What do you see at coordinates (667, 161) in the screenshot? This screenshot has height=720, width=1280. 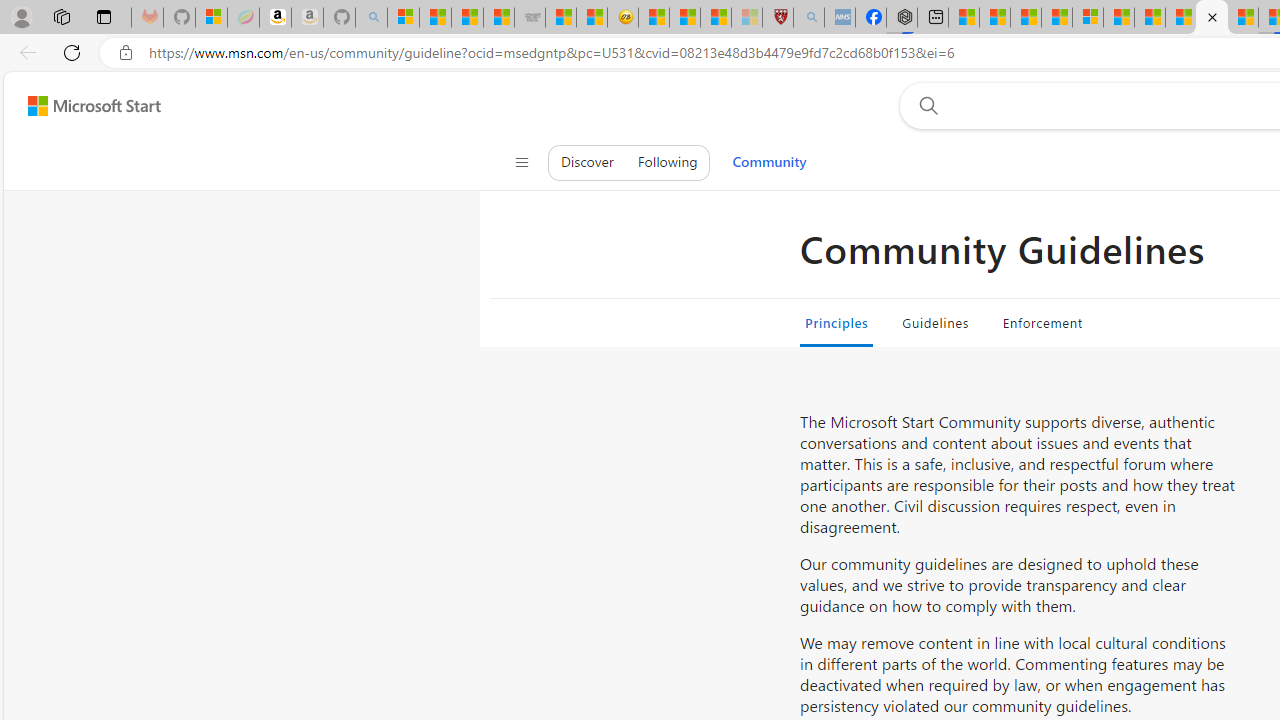 I see `'Following'` at bounding box center [667, 161].